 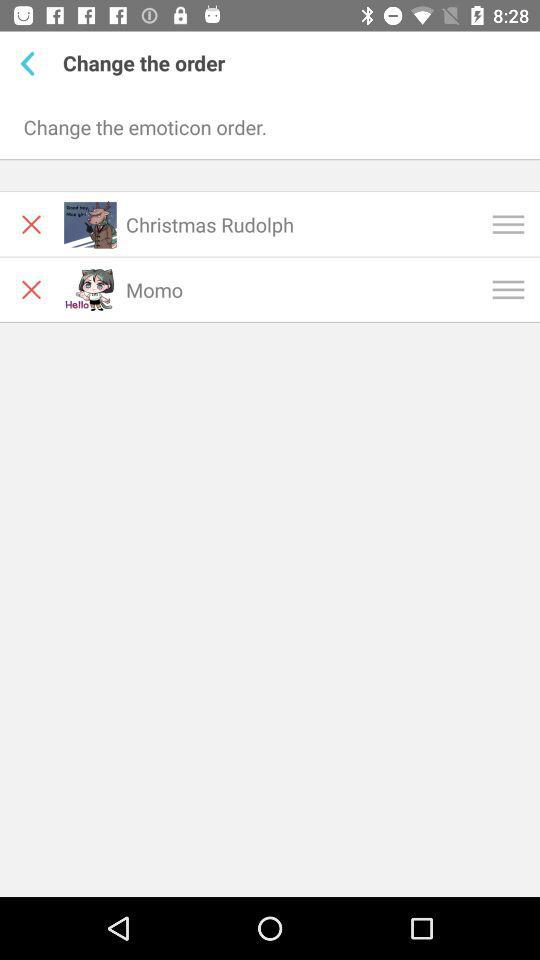 I want to click on back screen, so click(x=30, y=63).